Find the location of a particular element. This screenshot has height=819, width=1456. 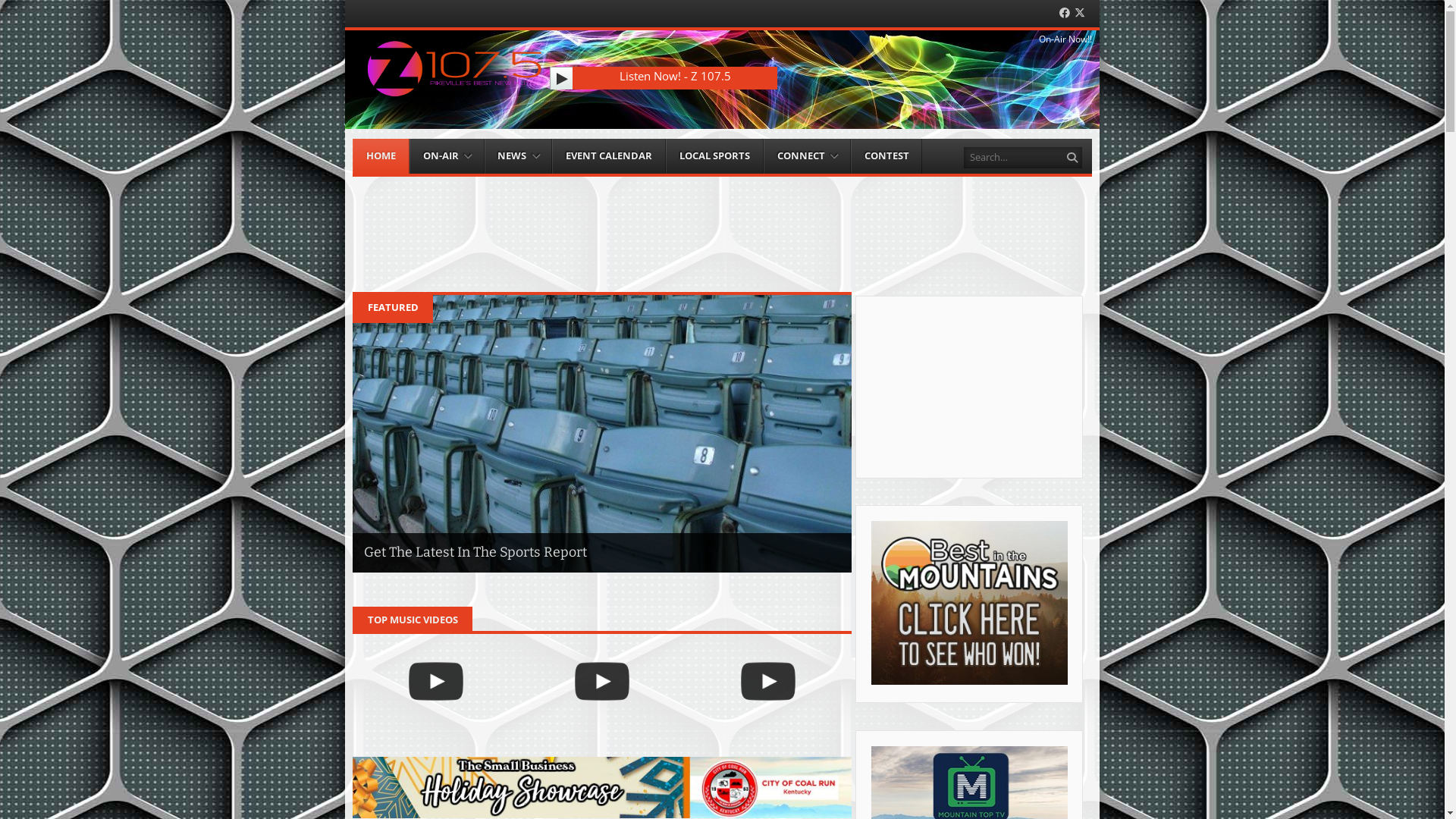

'ON-AIR' is located at coordinates (446, 156).